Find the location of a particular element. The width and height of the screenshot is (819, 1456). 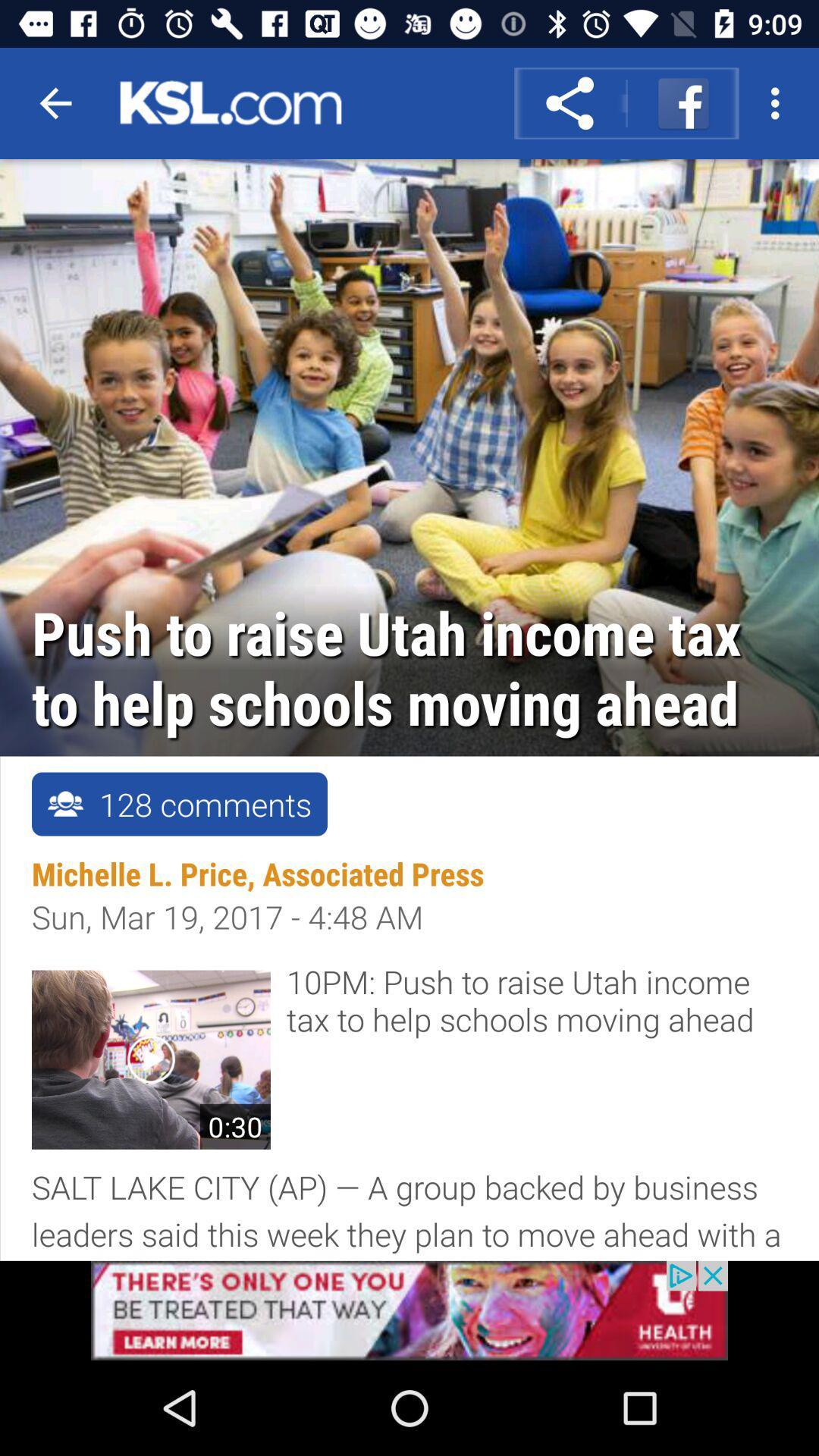

visit advertiser is located at coordinates (409, 1310).